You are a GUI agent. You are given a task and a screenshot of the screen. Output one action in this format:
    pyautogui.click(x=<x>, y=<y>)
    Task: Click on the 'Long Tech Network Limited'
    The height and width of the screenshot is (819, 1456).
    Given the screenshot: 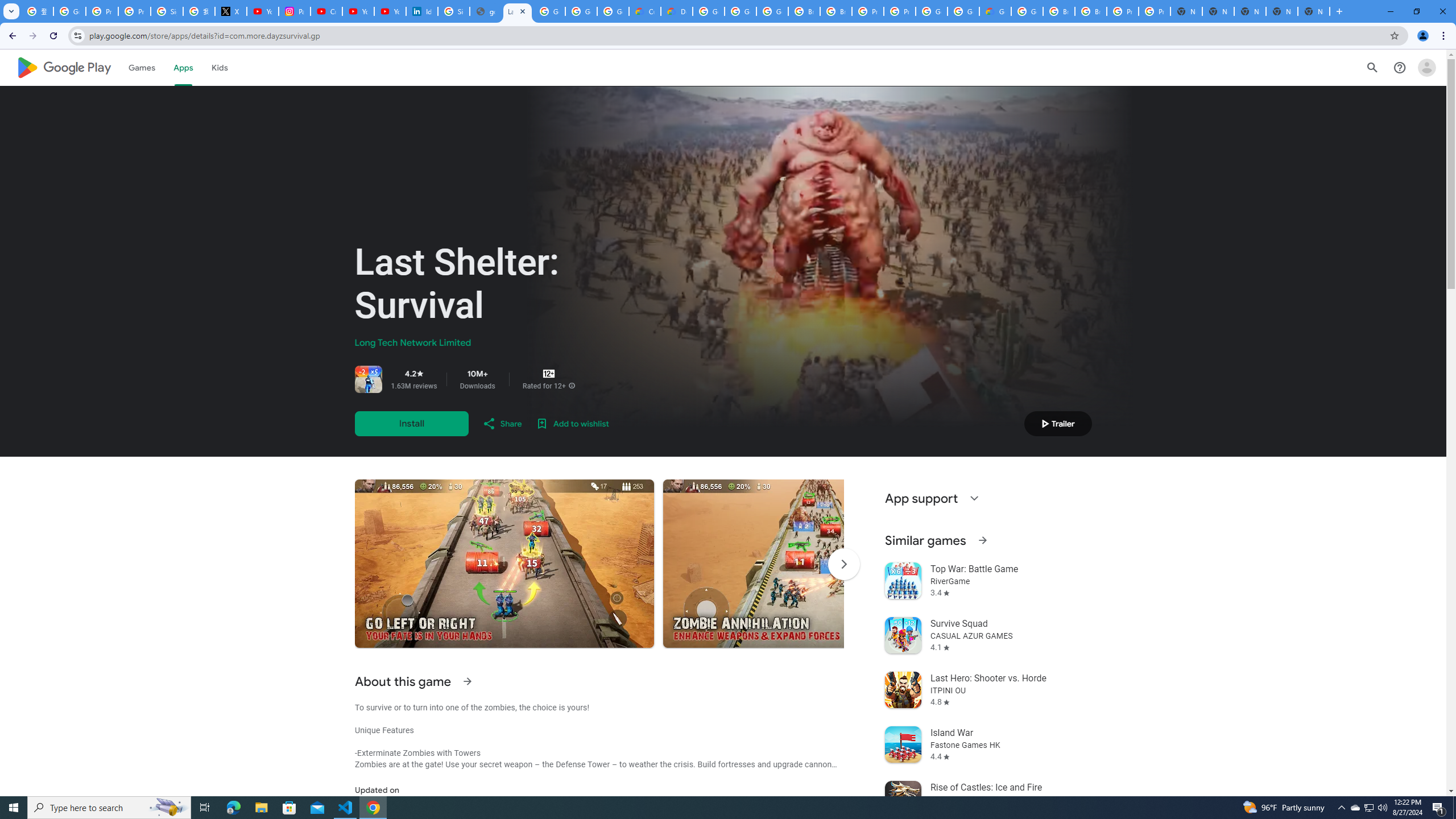 What is the action you would take?
    pyautogui.click(x=412, y=342)
    